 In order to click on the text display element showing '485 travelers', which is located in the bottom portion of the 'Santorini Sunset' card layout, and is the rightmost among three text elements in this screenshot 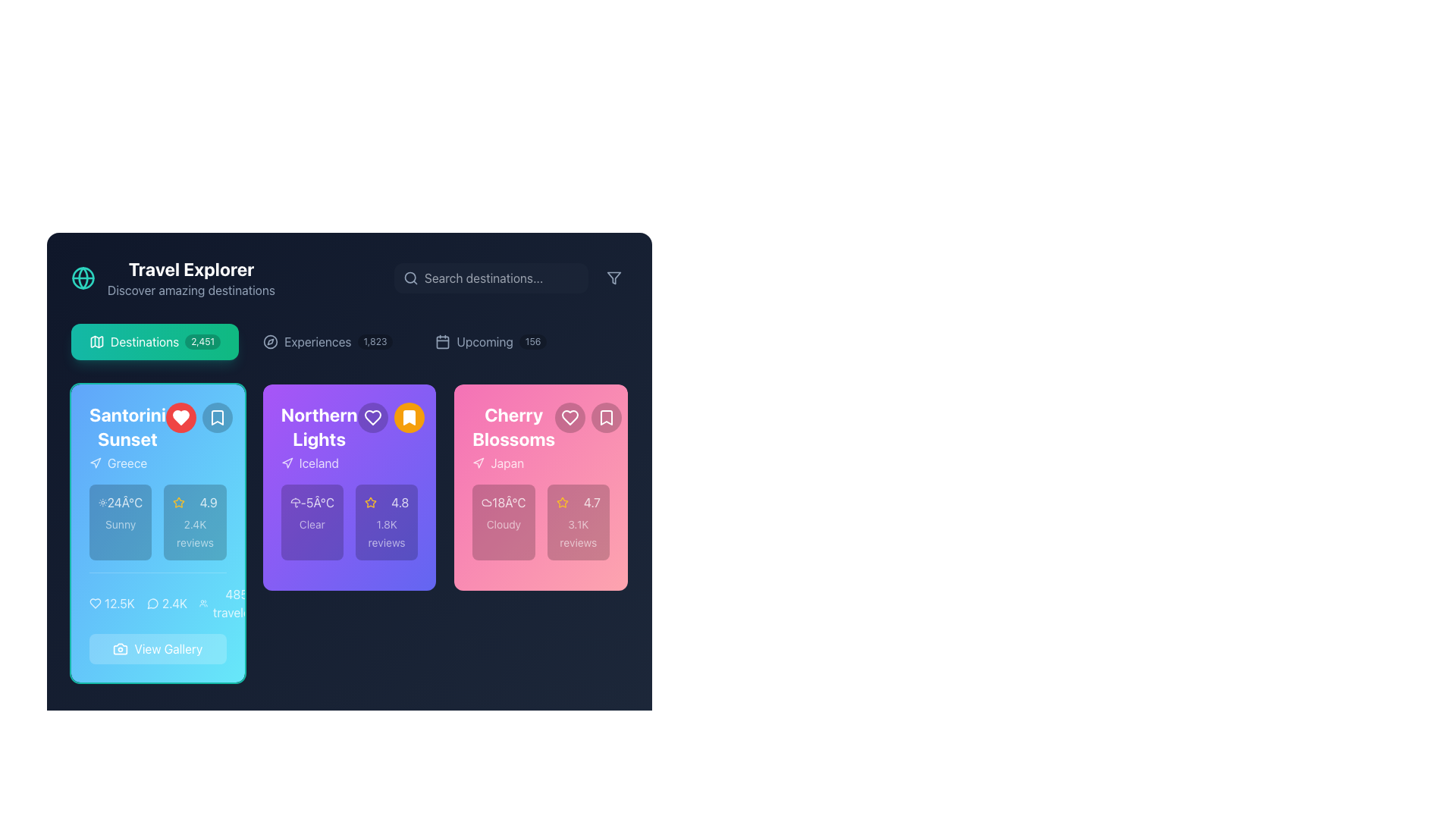, I will do `click(230, 602)`.